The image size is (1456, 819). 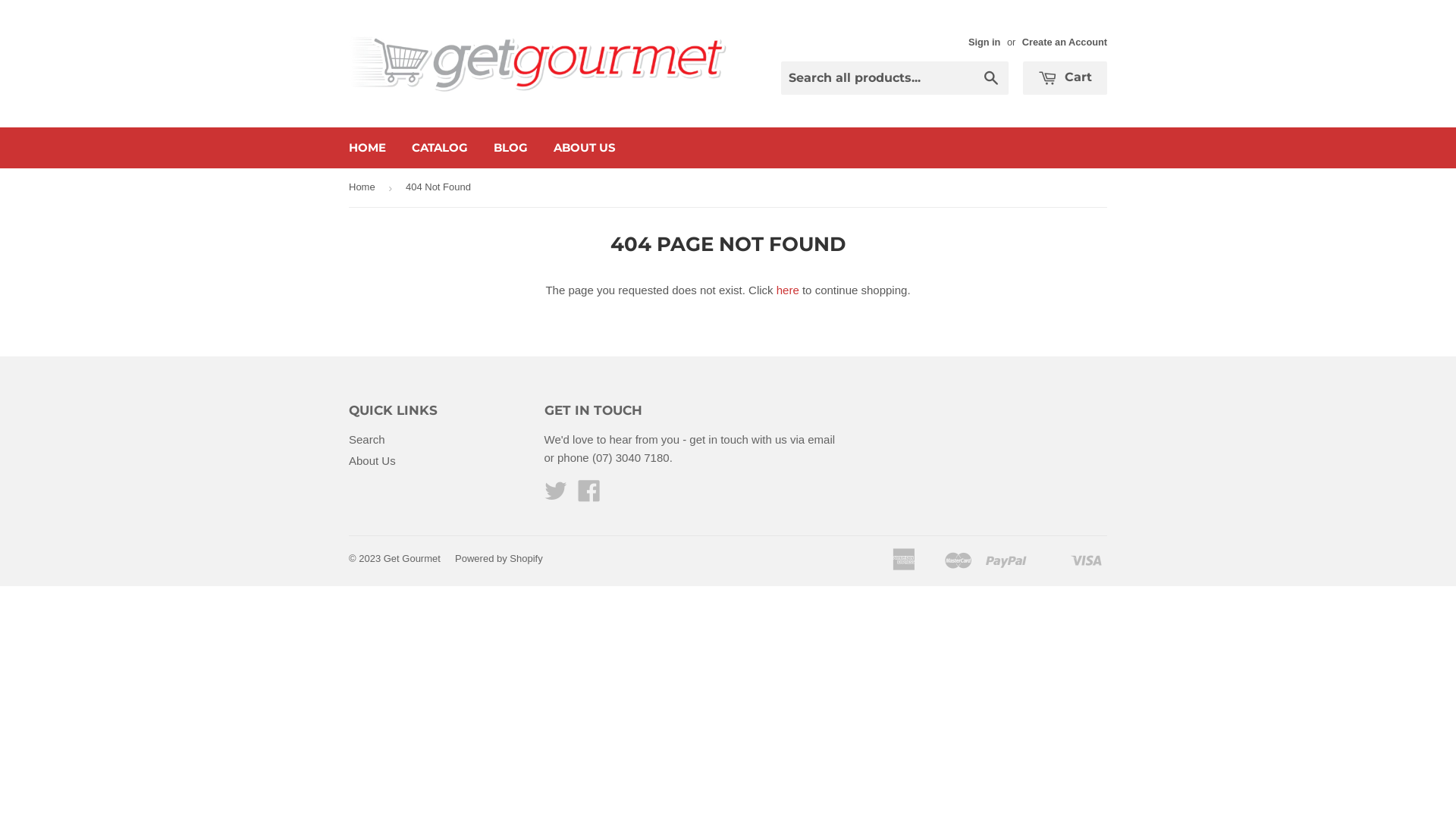 What do you see at coordinates (412, 558) in the screenshot?
I see `'Get Gourmet'` at bounding box center [412, 558].